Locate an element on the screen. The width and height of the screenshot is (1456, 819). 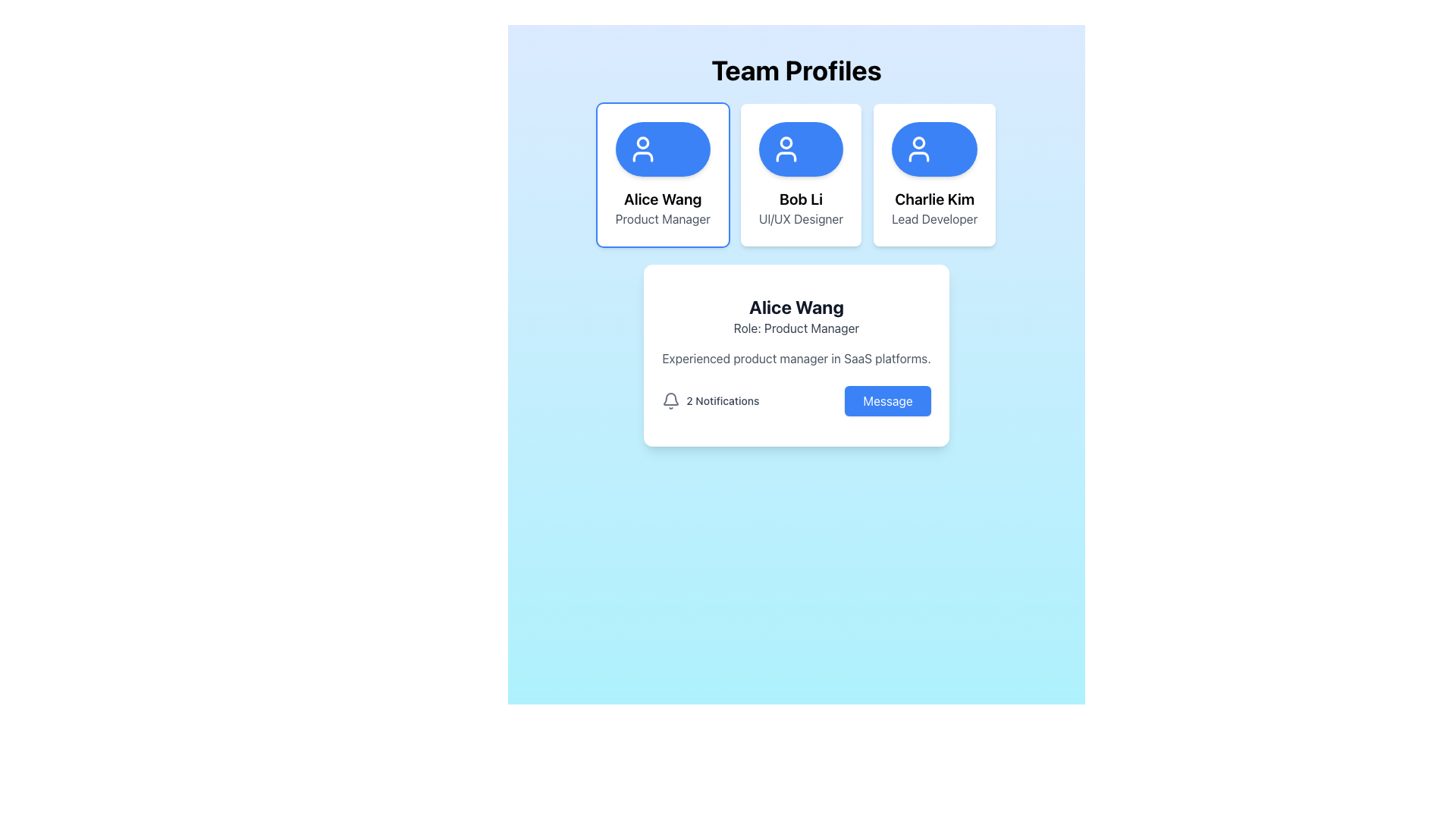
the text label displaying 'Product Manager' located below the name 'Alice Wang' in the profile card is located at coordinates (663, 219).